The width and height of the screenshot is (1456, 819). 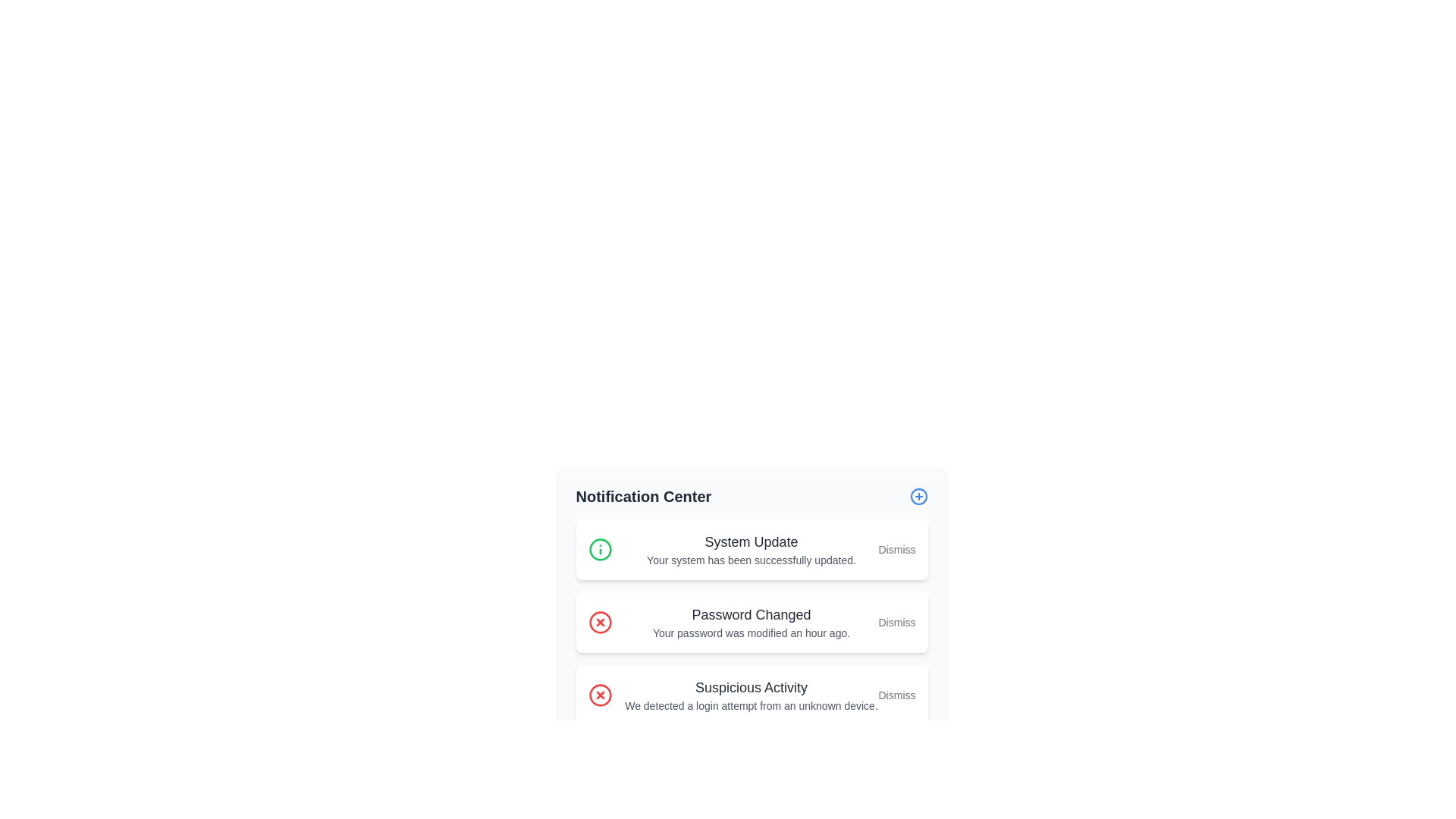 I want to click on the clickable text link styled in light gray font located at the bottom-right corner of the 'Suspicious Activity' notification card, so click(x=896, y=695).